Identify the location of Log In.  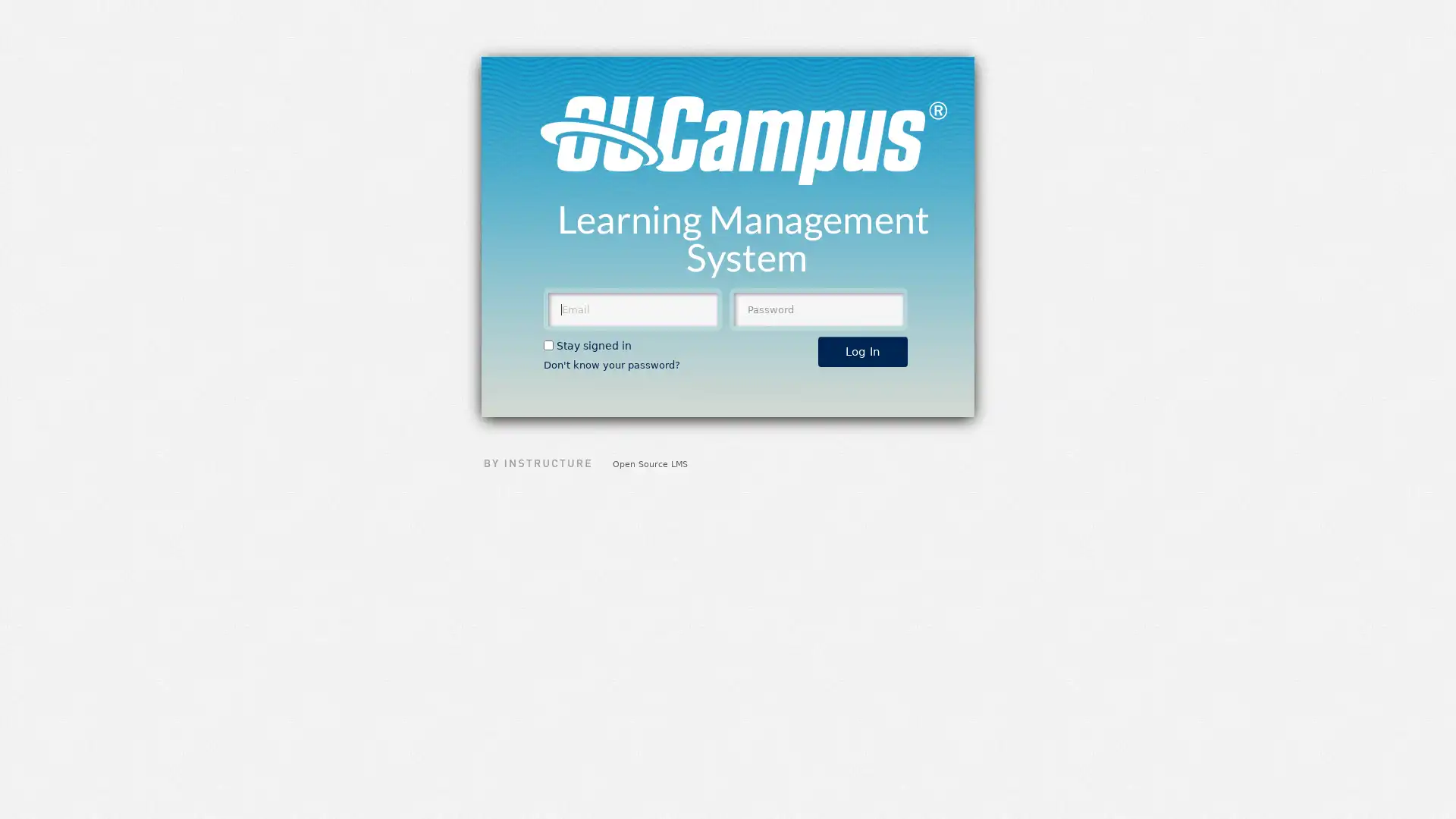
(862, 351).